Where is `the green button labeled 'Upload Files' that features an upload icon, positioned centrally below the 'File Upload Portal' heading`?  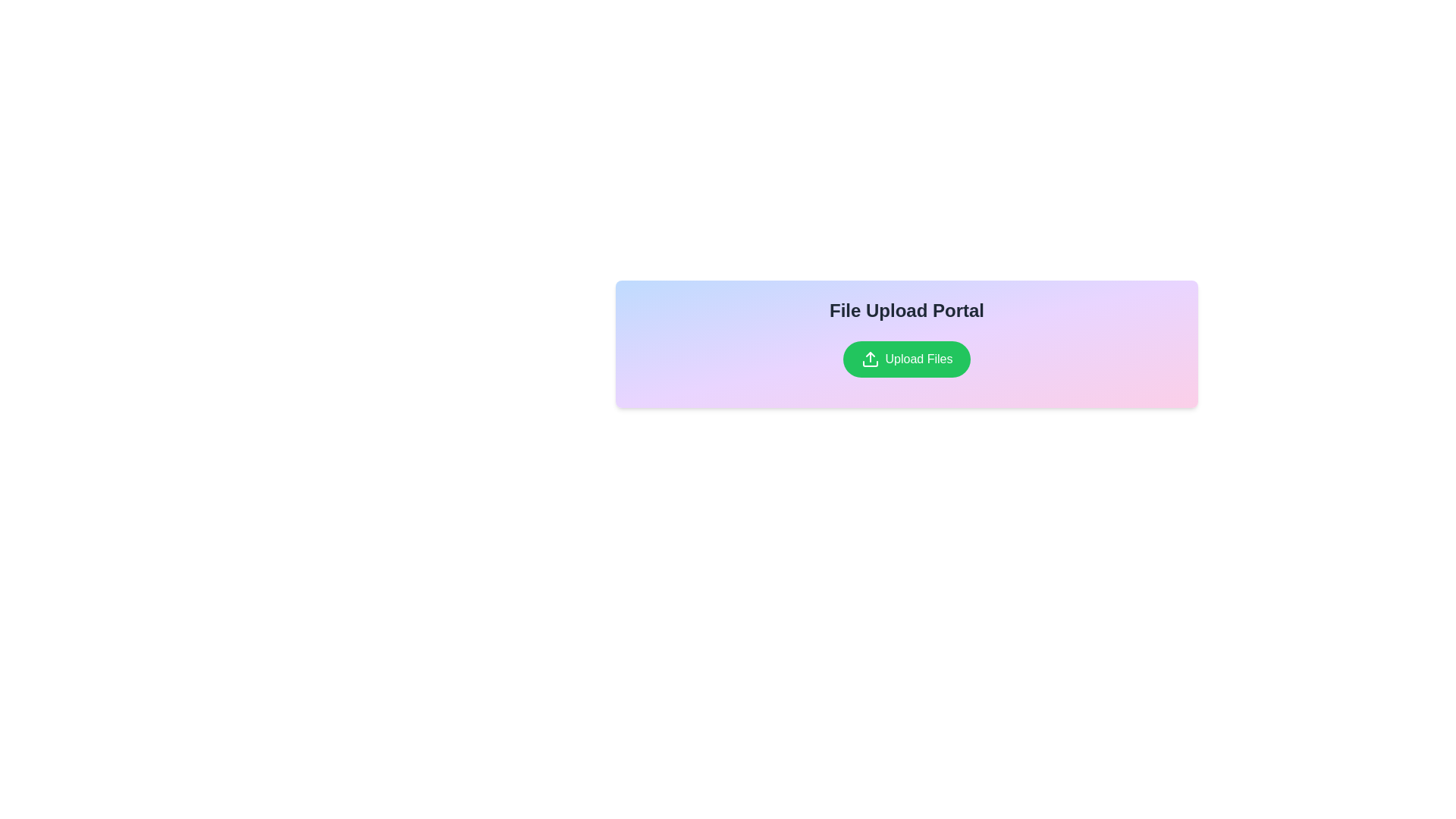 the green button labeled 'Upload Files' that features an upload icon, positioned centrally below the 'File Upload Portal' heading is located at coordinates (906, 359).